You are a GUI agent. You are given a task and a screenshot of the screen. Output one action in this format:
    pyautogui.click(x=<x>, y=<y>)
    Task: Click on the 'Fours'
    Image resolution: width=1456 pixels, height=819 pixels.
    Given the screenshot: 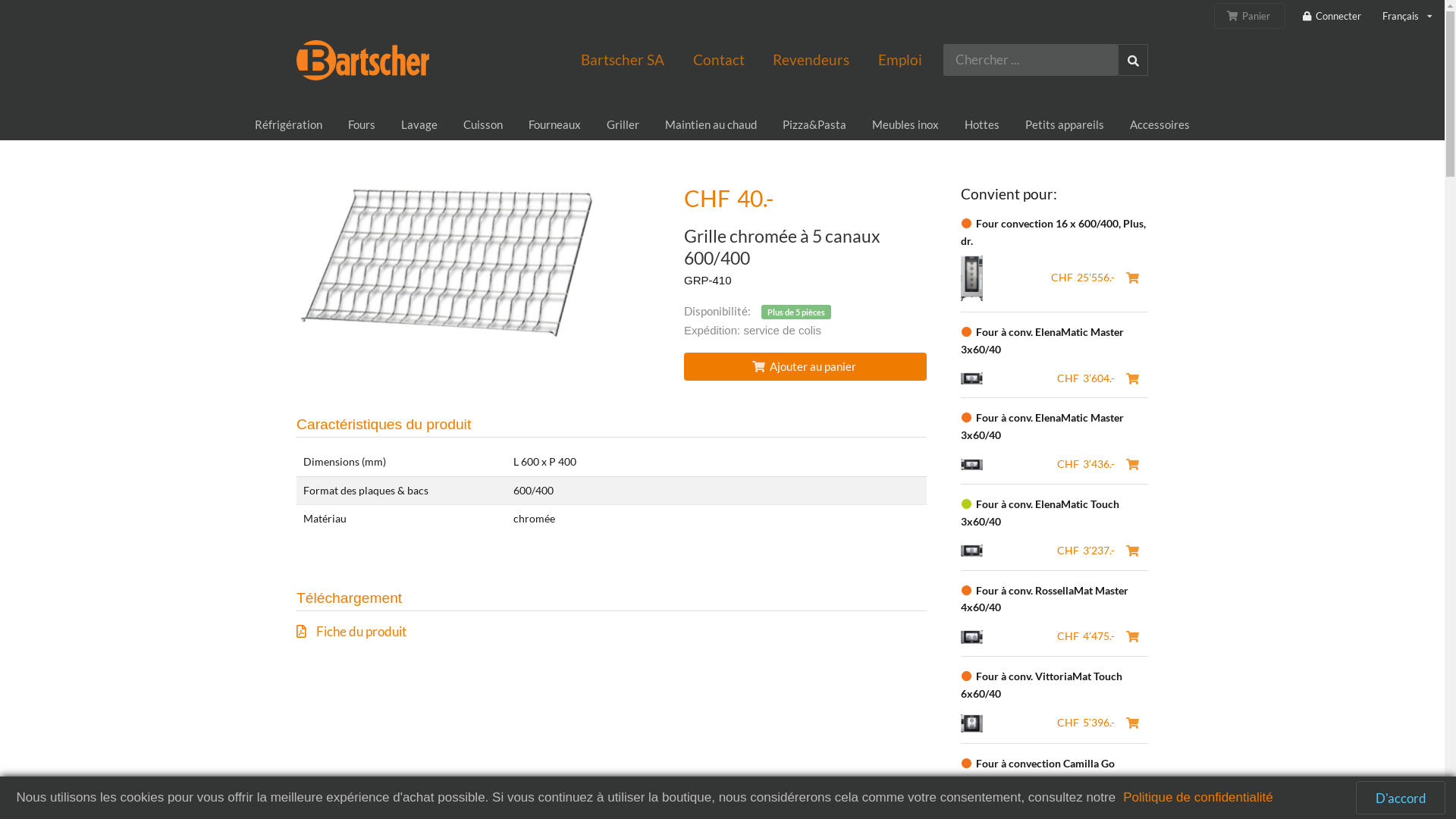 What is the action you would take?
    pyautogui.click(x=360, y=124)
    